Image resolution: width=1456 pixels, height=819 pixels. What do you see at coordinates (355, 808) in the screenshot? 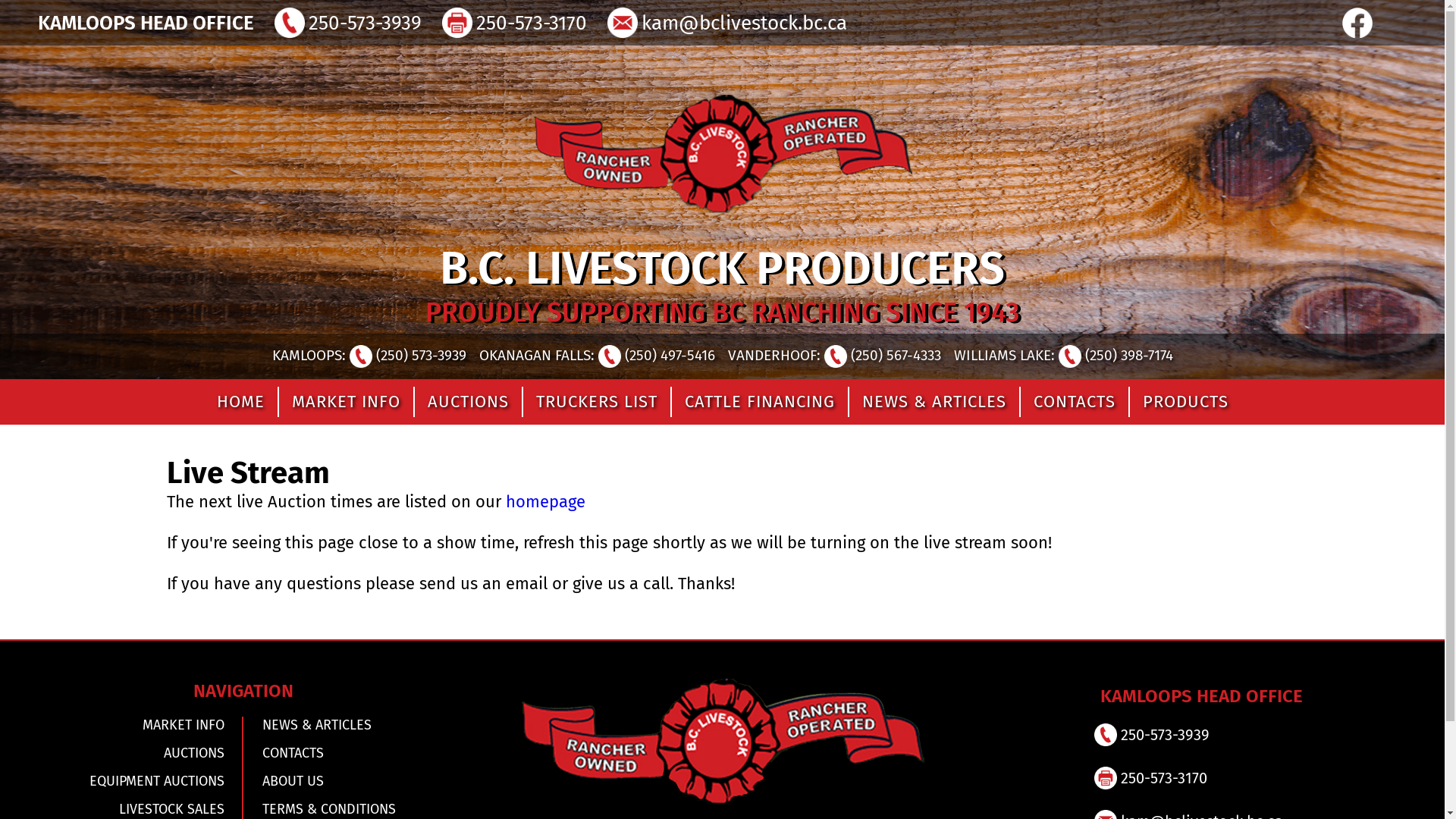
I see `'TERMS & CONDITIONS'` at bounding box center [355, 808].